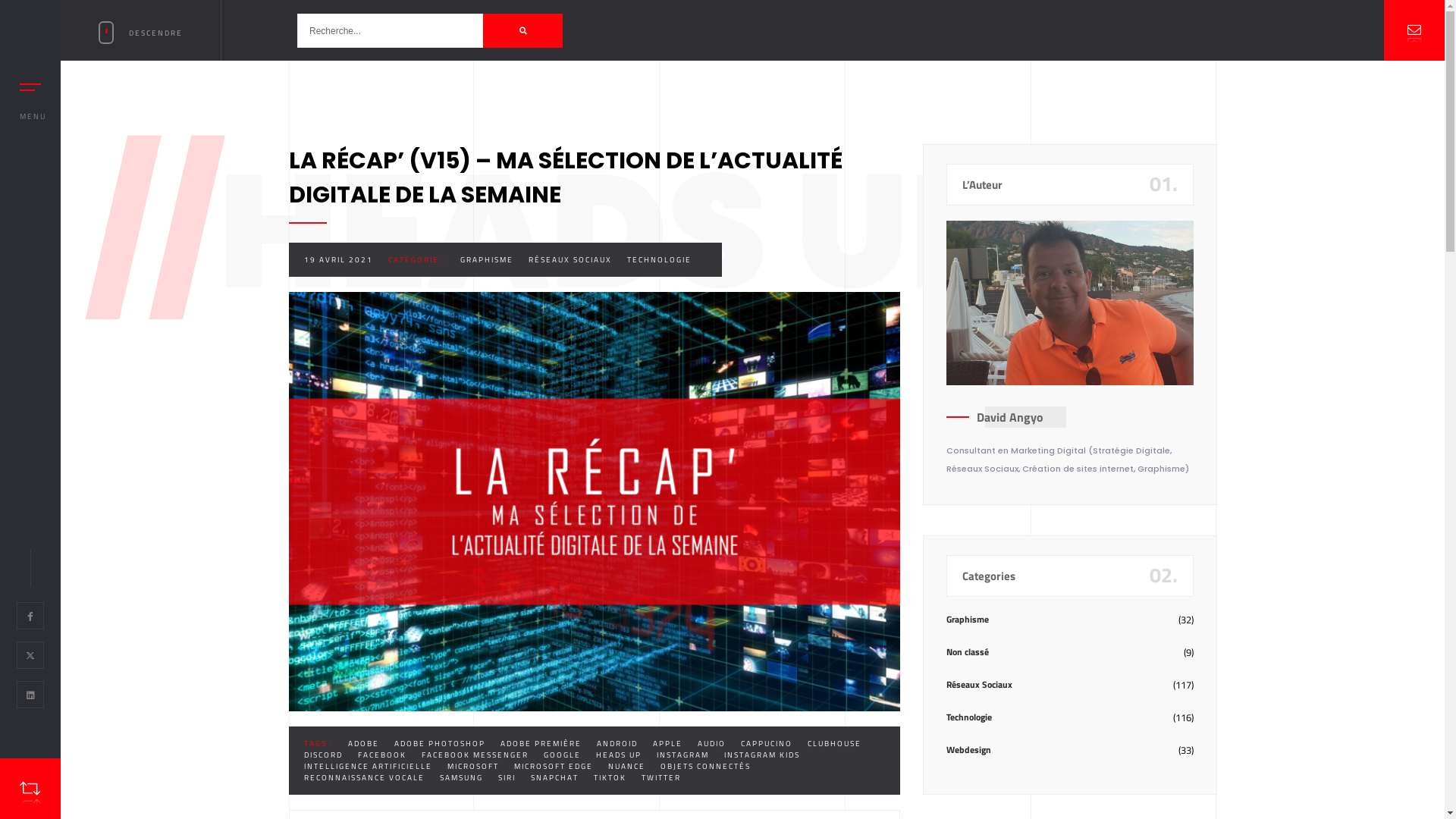 This screenshot has height=819, width=1456. I want to click on 'CAPPUCINO', so click(765, 742).